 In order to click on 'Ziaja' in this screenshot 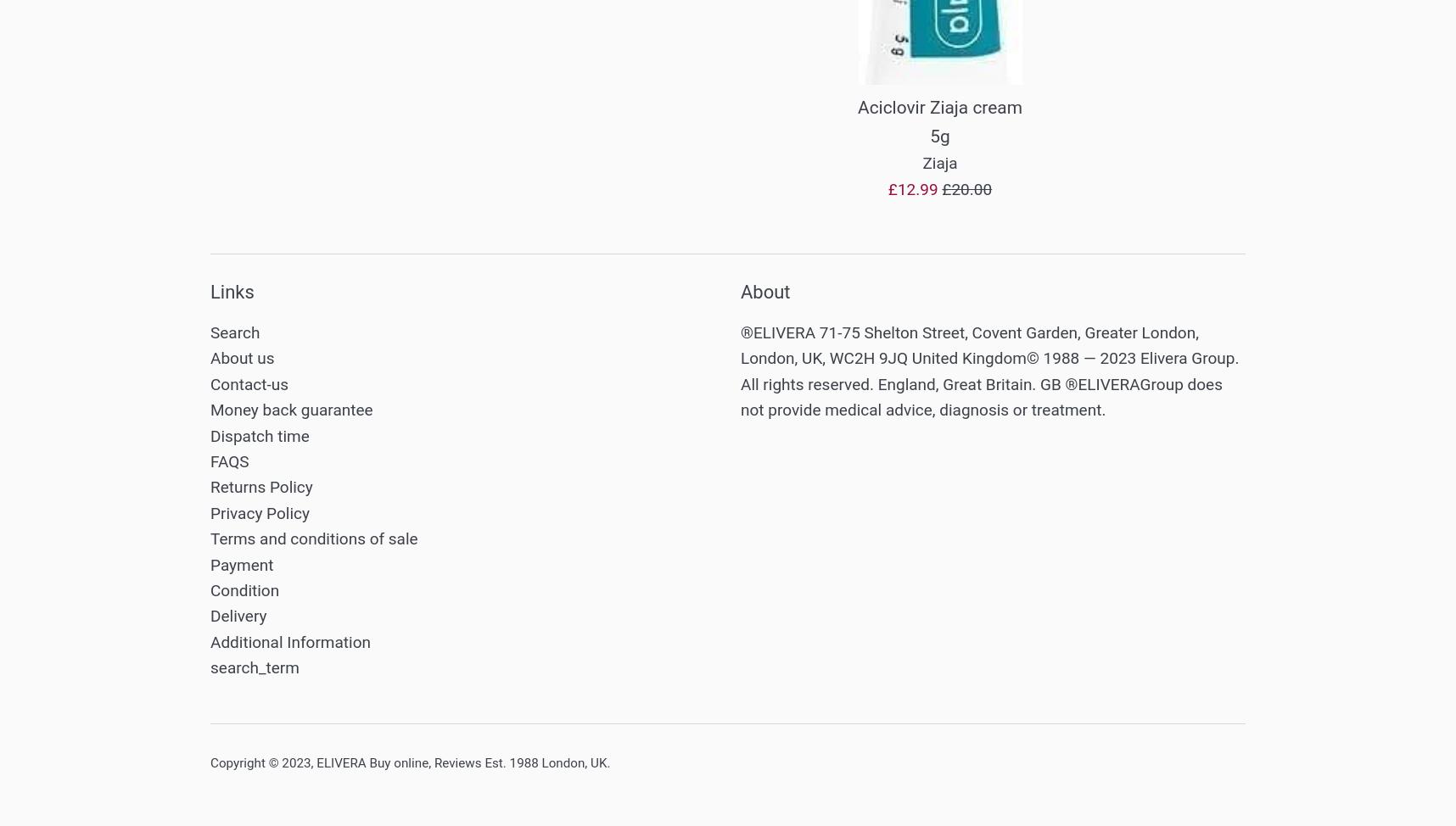, I will do `click(938, 163)`.